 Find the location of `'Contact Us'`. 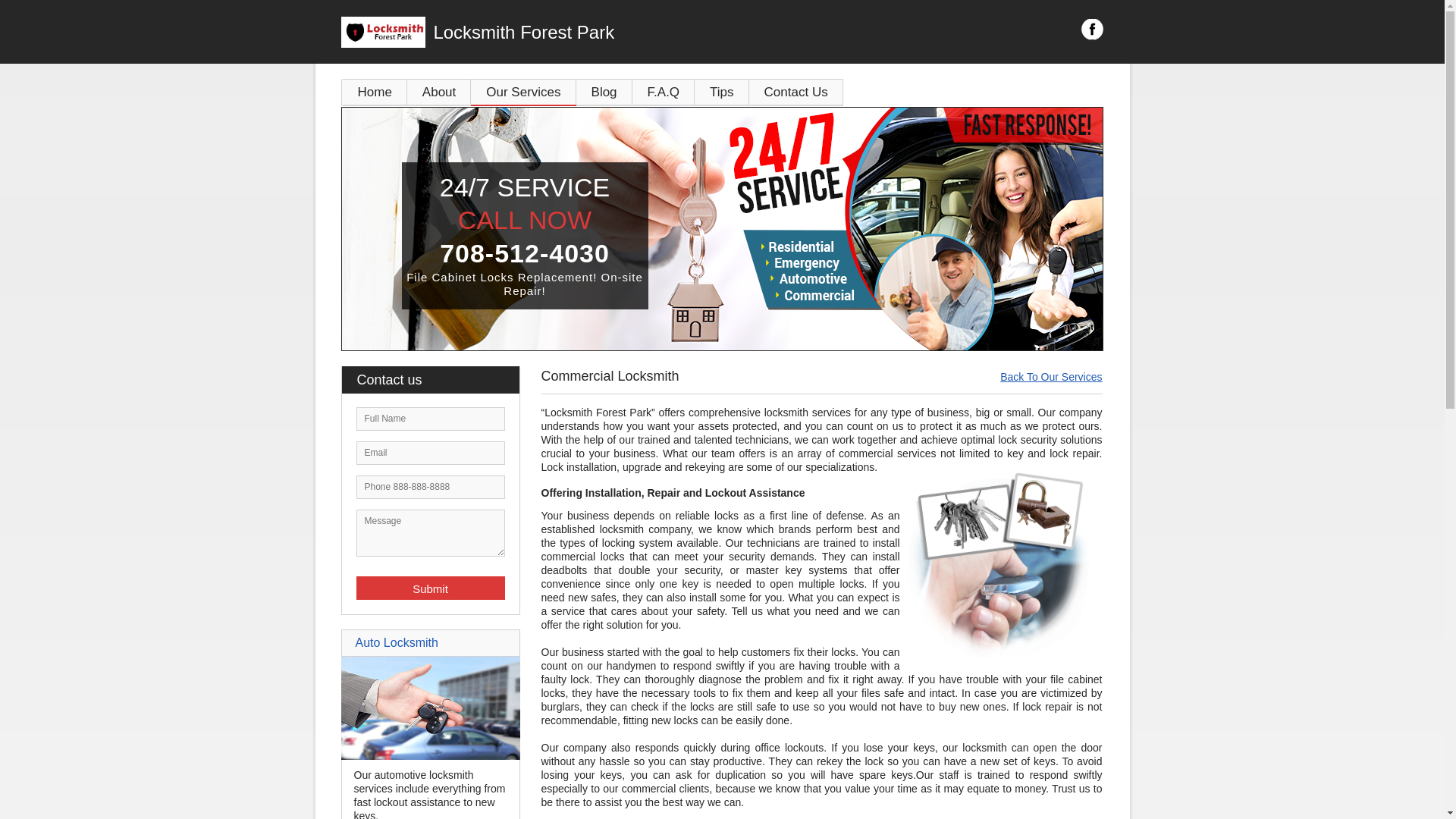

'Contact Us' is located at coordinates (795, 92).